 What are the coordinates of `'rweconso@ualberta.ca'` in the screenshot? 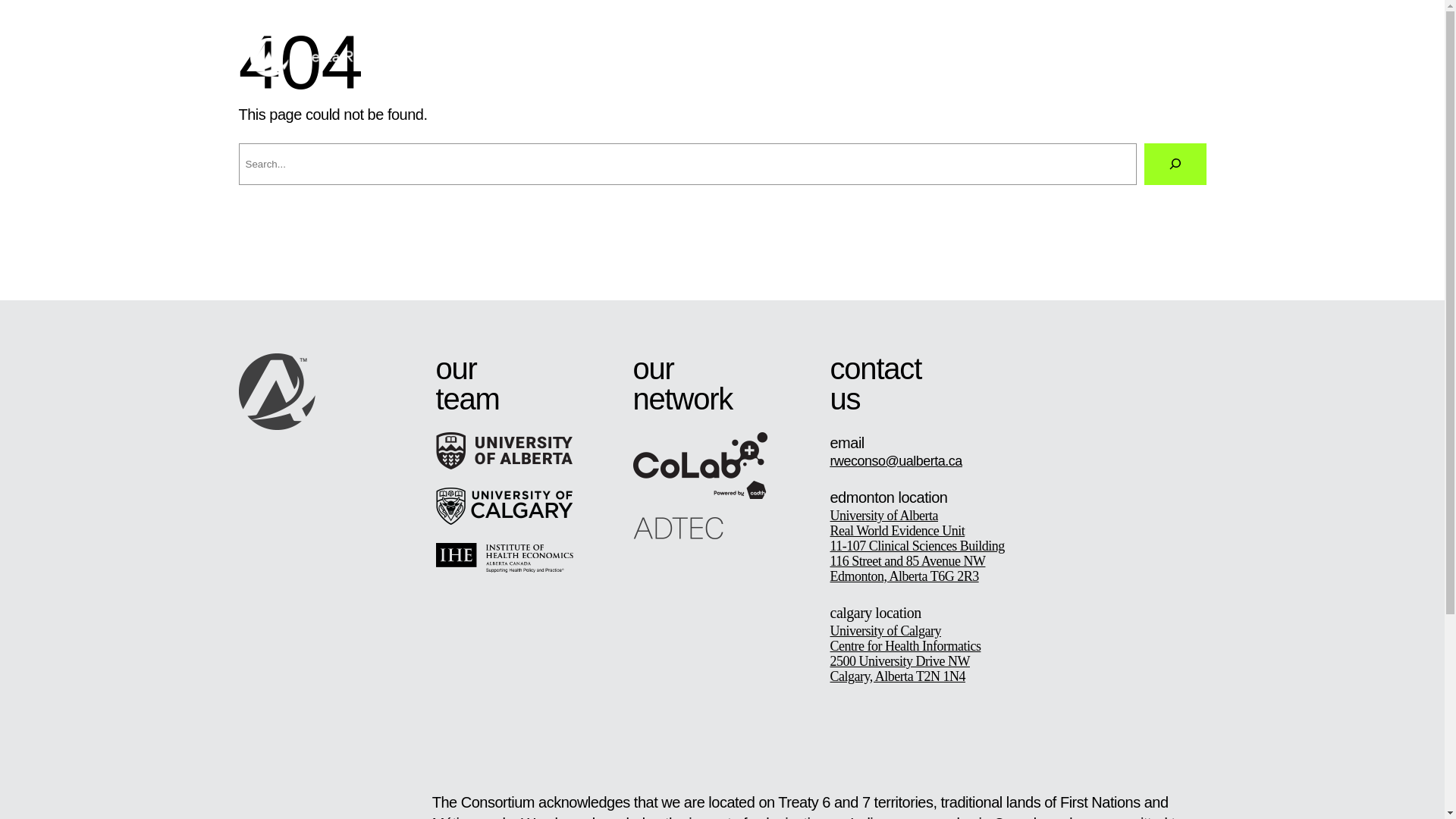 It's located at (895, 460).